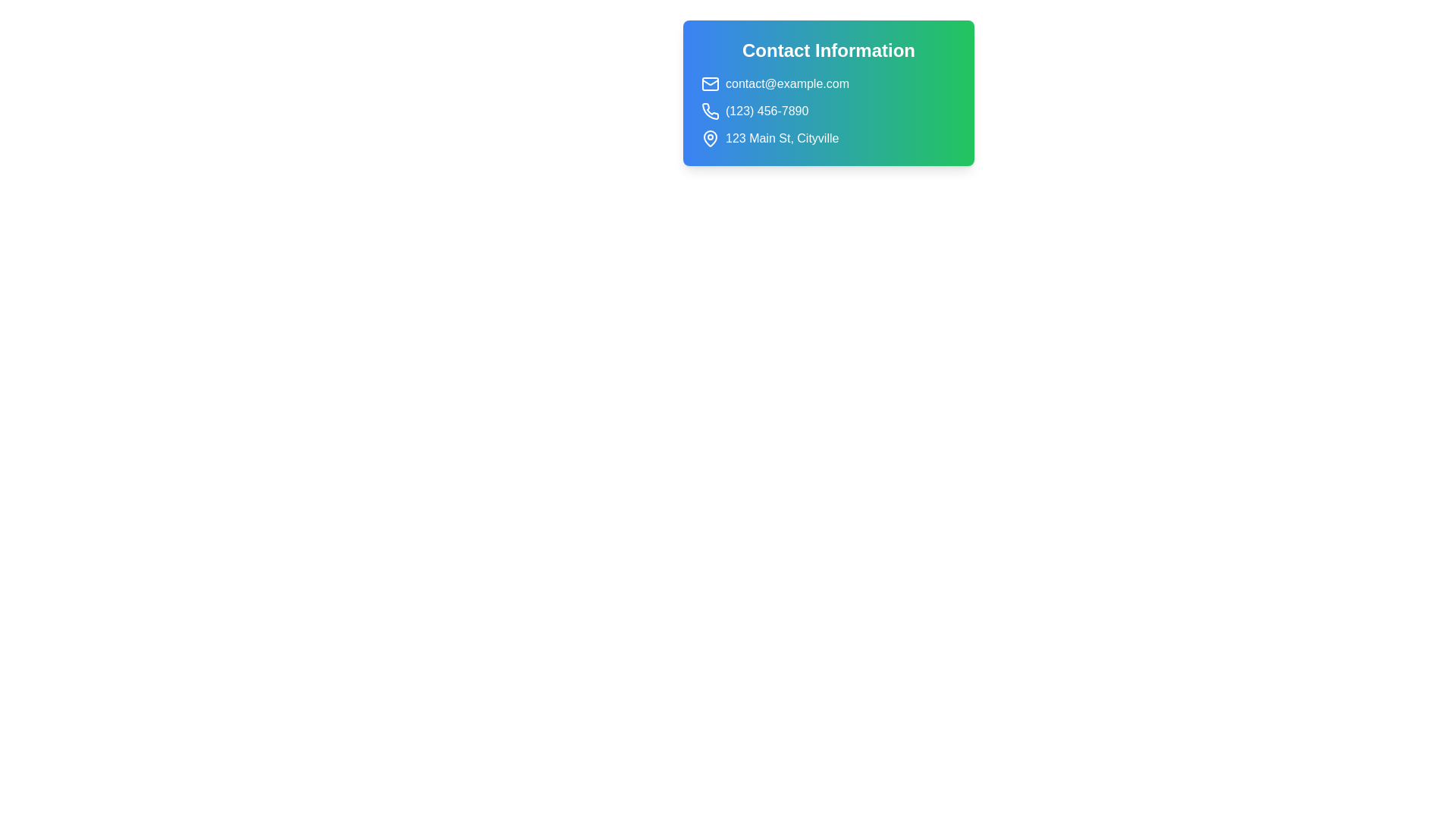  What do you see at coordinates (710, 110) in the screenshot?
I see `the telephone icon, which is the second item in the vertical list of three symbols in the 'Contact Information' interface, located between the envelope icon and the location pin icon` at bounding box center [710, 110].